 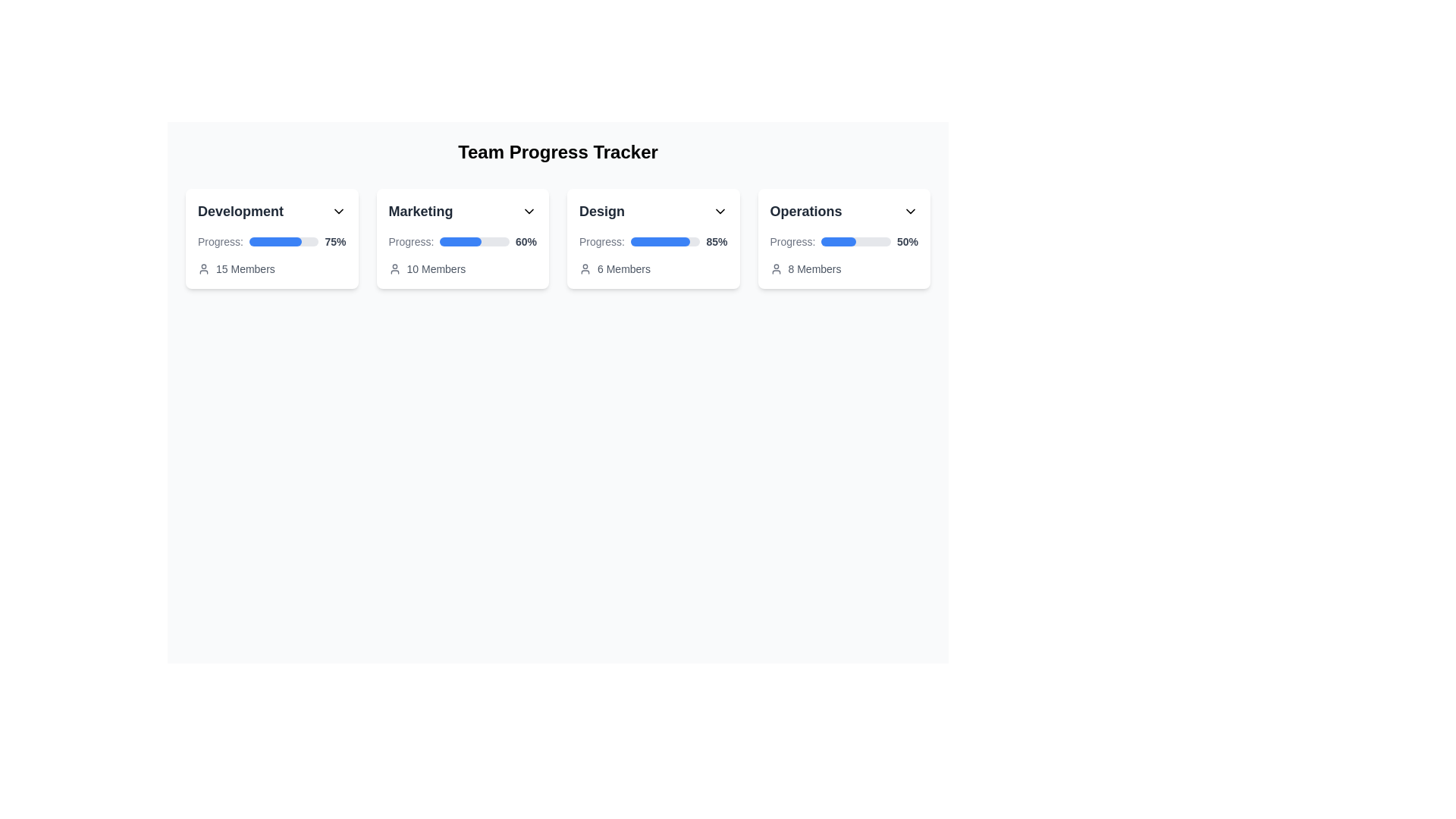 I want to click on the chevron icon located on the far right of the 'Operations' panel header, so click(x=910, y=211).